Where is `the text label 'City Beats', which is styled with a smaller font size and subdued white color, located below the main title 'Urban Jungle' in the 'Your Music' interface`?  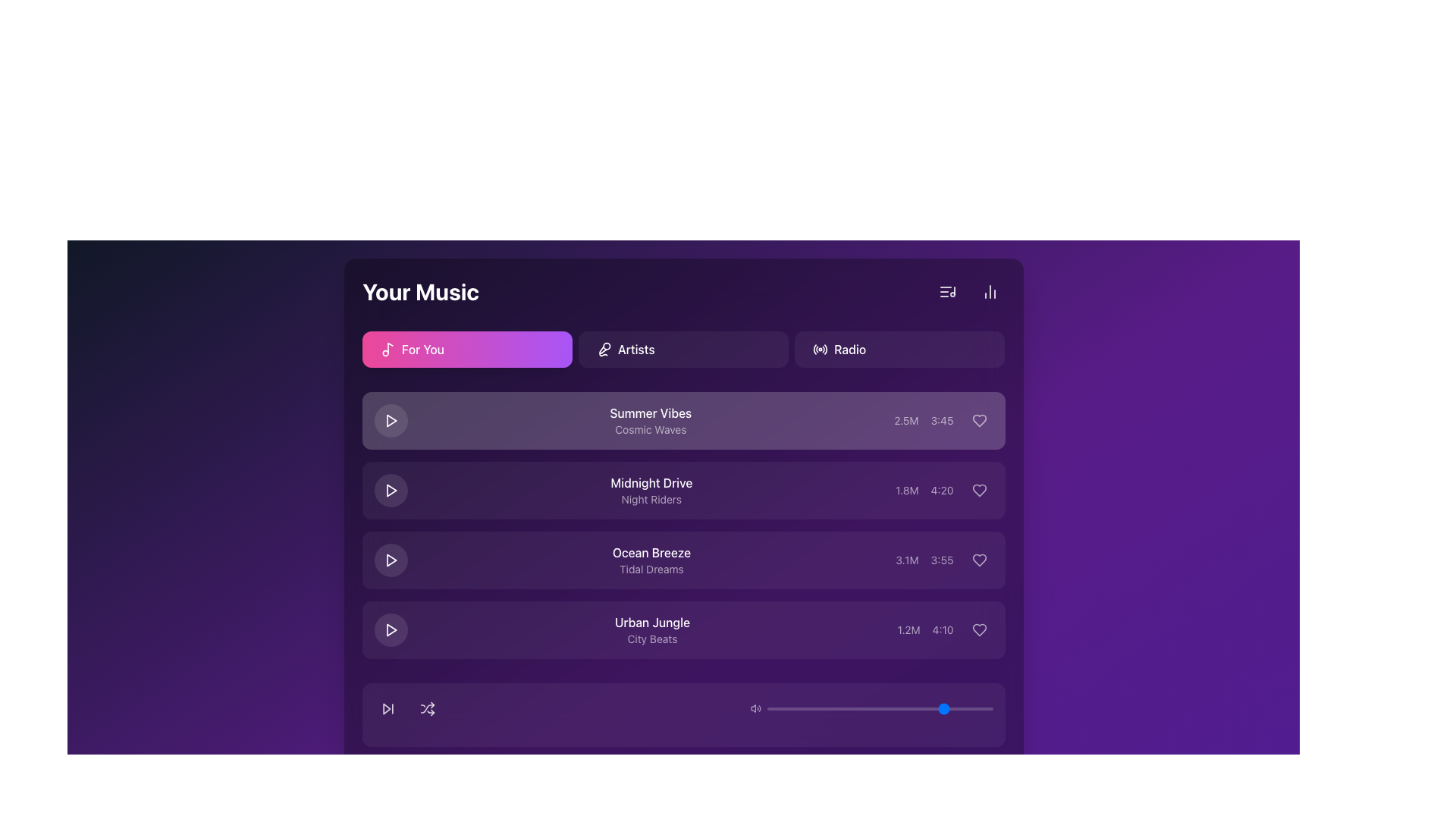 the text label 'City Beats', which is styled with a smaller font size and subdued white color, located below the main title 'Urban Jungle' in the 'Your Music' interface is located at coordinates (652, 639).